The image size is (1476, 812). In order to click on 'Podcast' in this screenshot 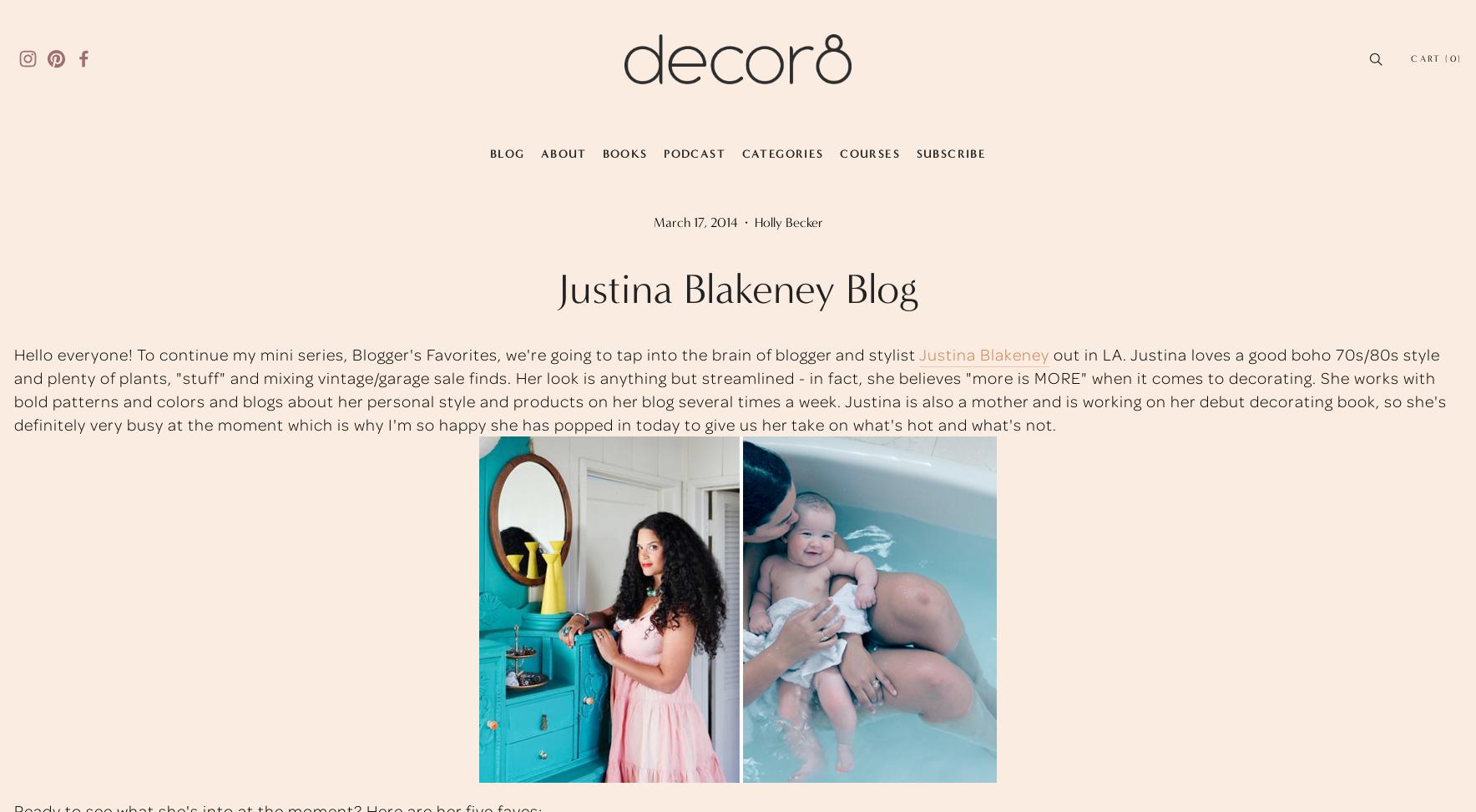, I will do `click(695, 153)`.